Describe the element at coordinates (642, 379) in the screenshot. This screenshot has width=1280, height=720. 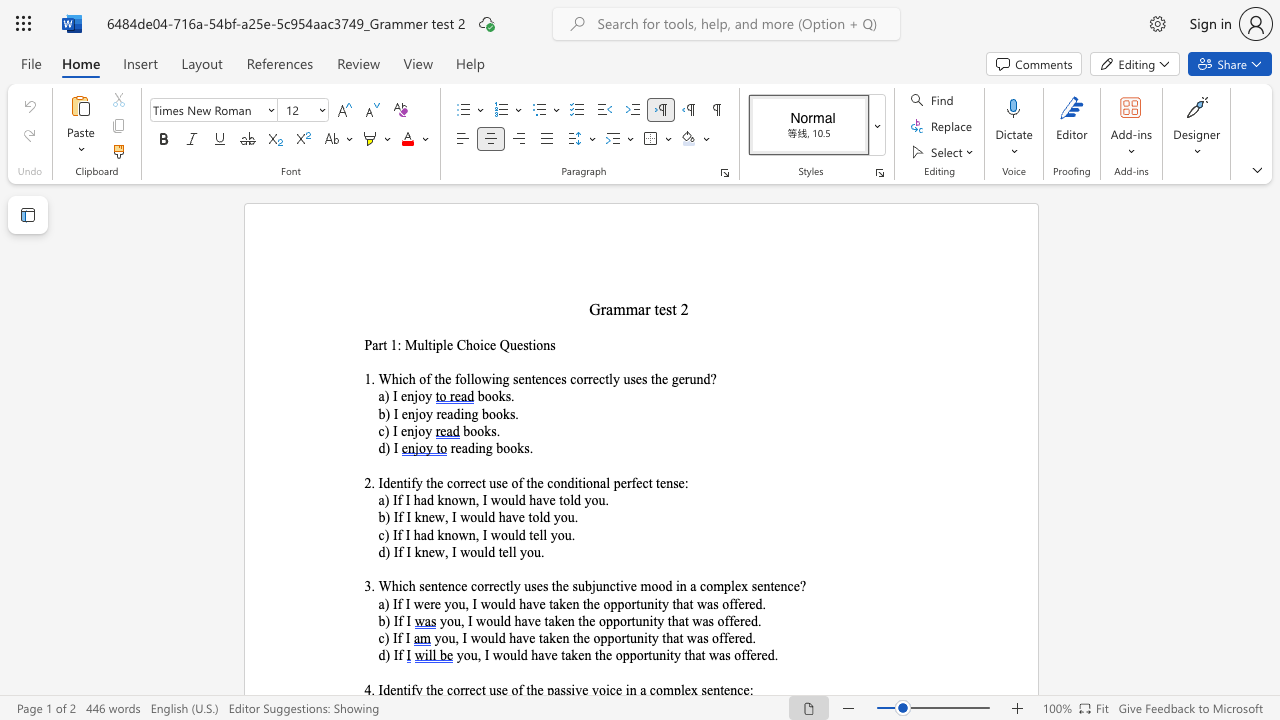
I see `the subset text "s th" within the text "1. Which of the following sentences correctly uses the gerund?"` at that location.